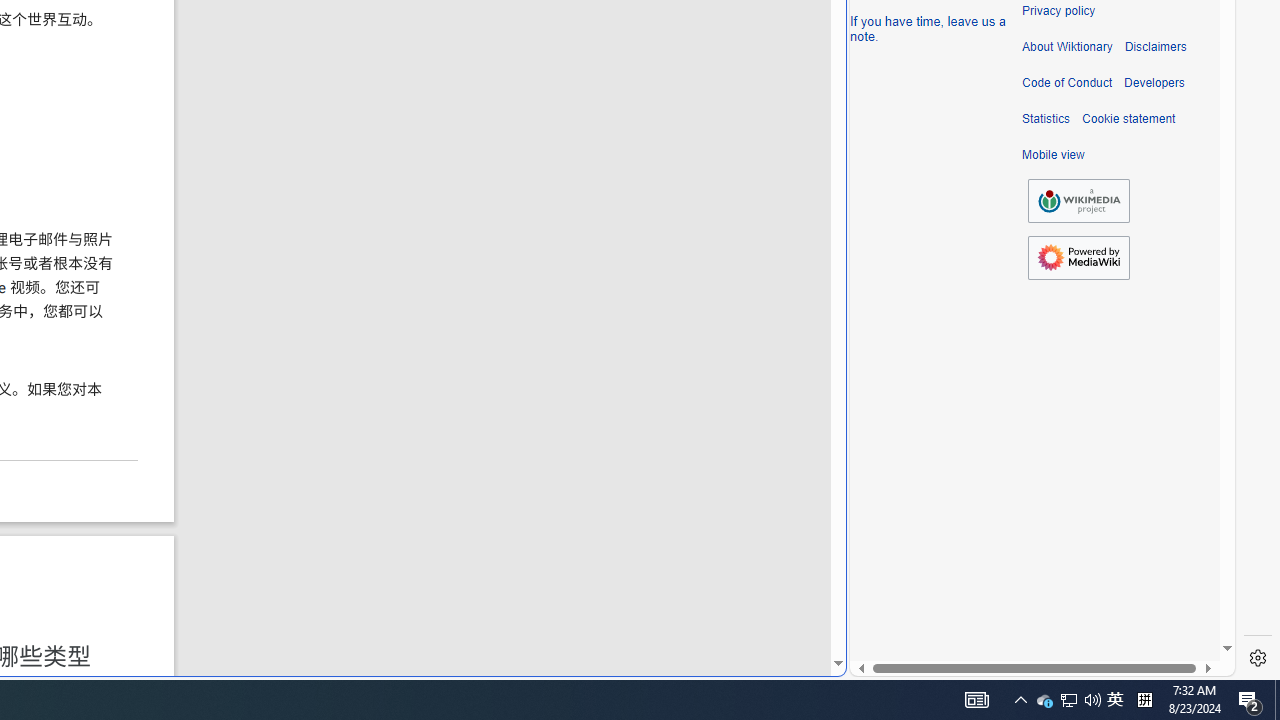 The width and height of the screenshot is (1280, 720). Describe the element at coordinates (1078, 201) in the screenshot. I see `'AutomationID: footer-copyrightico'` at that location.